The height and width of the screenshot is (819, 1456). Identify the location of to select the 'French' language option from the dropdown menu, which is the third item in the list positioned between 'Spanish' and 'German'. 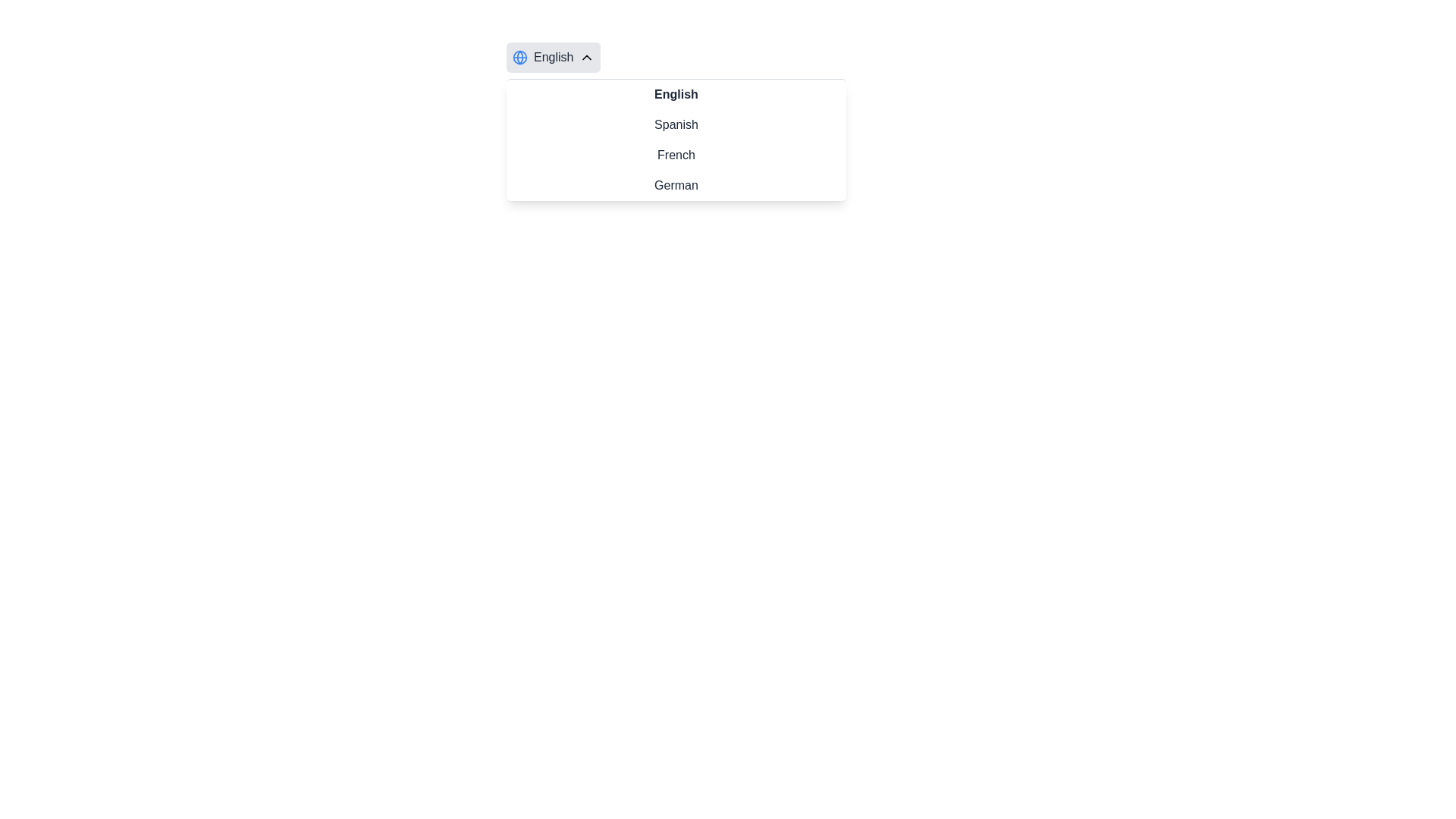
(676, 155).